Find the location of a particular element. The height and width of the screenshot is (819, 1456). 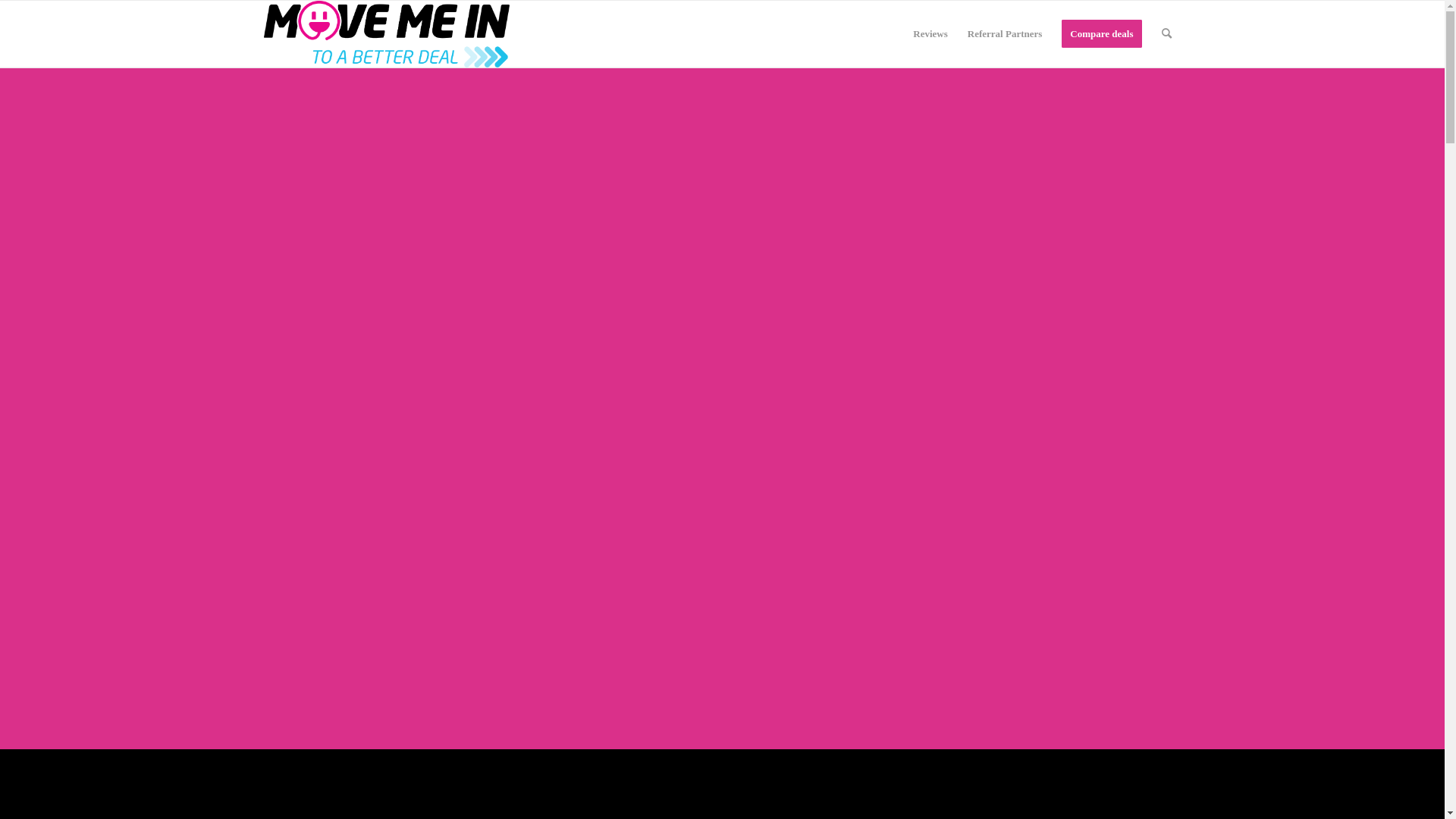

'Compare deals' is located at coordinates (1051, 34).